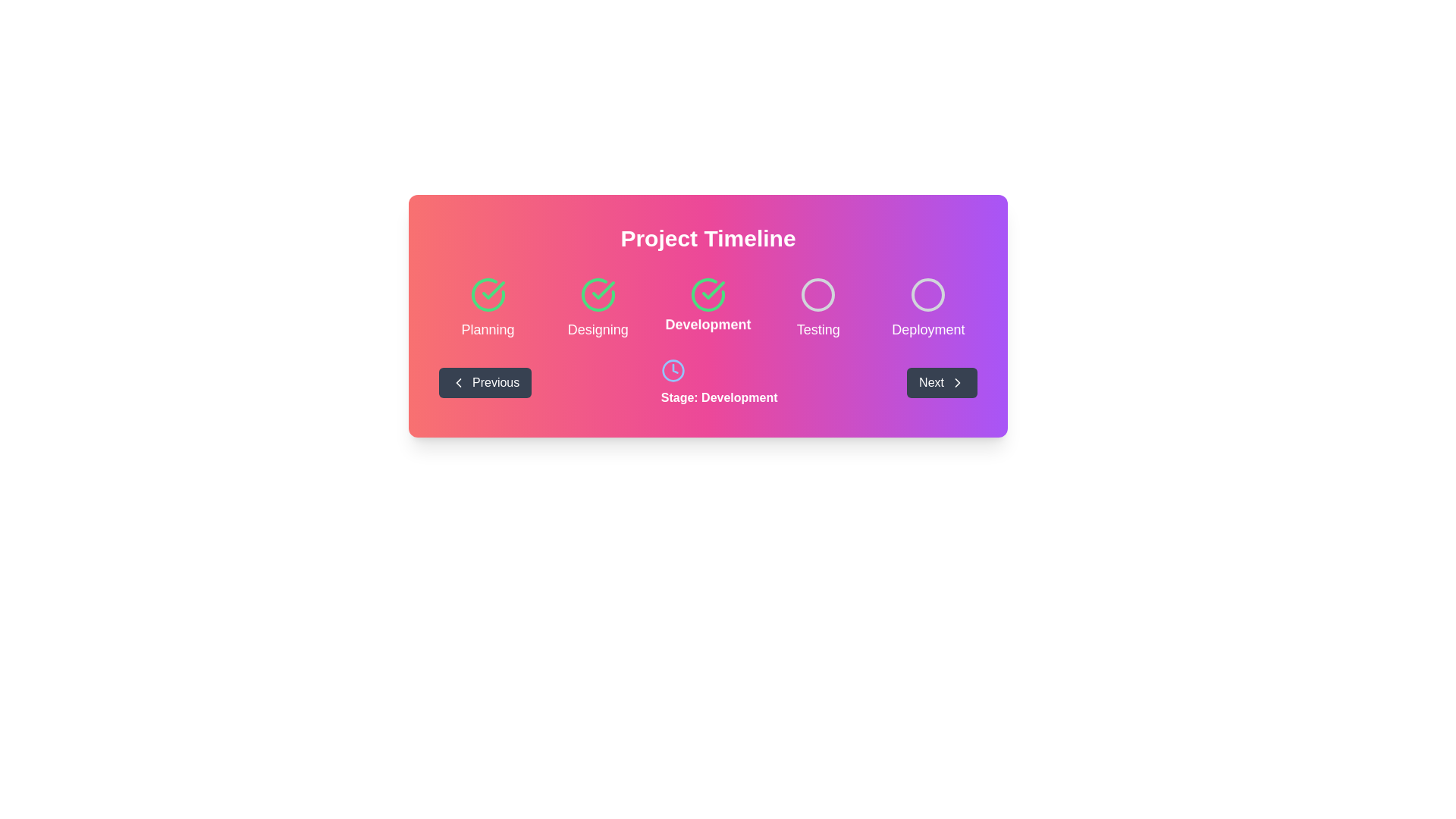 This screenshot has height=819, width=1456. I want to click on the 'Testing' stage indicator in the project timeline, which is the fourth element in a horizontally-aligned grid of five steps, so click(817, 308).